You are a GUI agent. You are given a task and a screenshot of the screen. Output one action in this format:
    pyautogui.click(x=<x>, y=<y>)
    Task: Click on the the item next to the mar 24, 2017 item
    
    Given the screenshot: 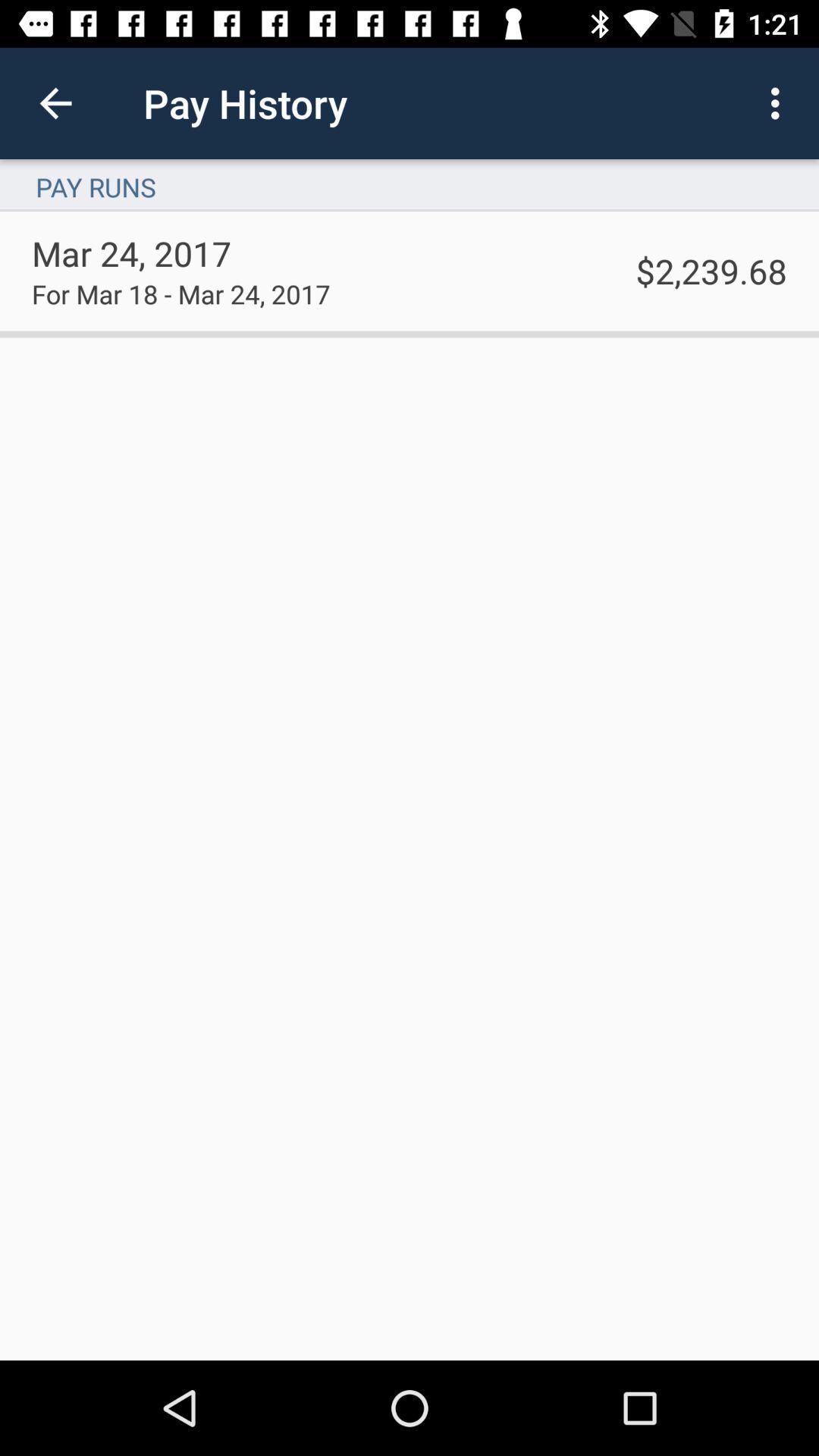 What is the action you would take?
    pyautogui.click(x=711, y=271)
    